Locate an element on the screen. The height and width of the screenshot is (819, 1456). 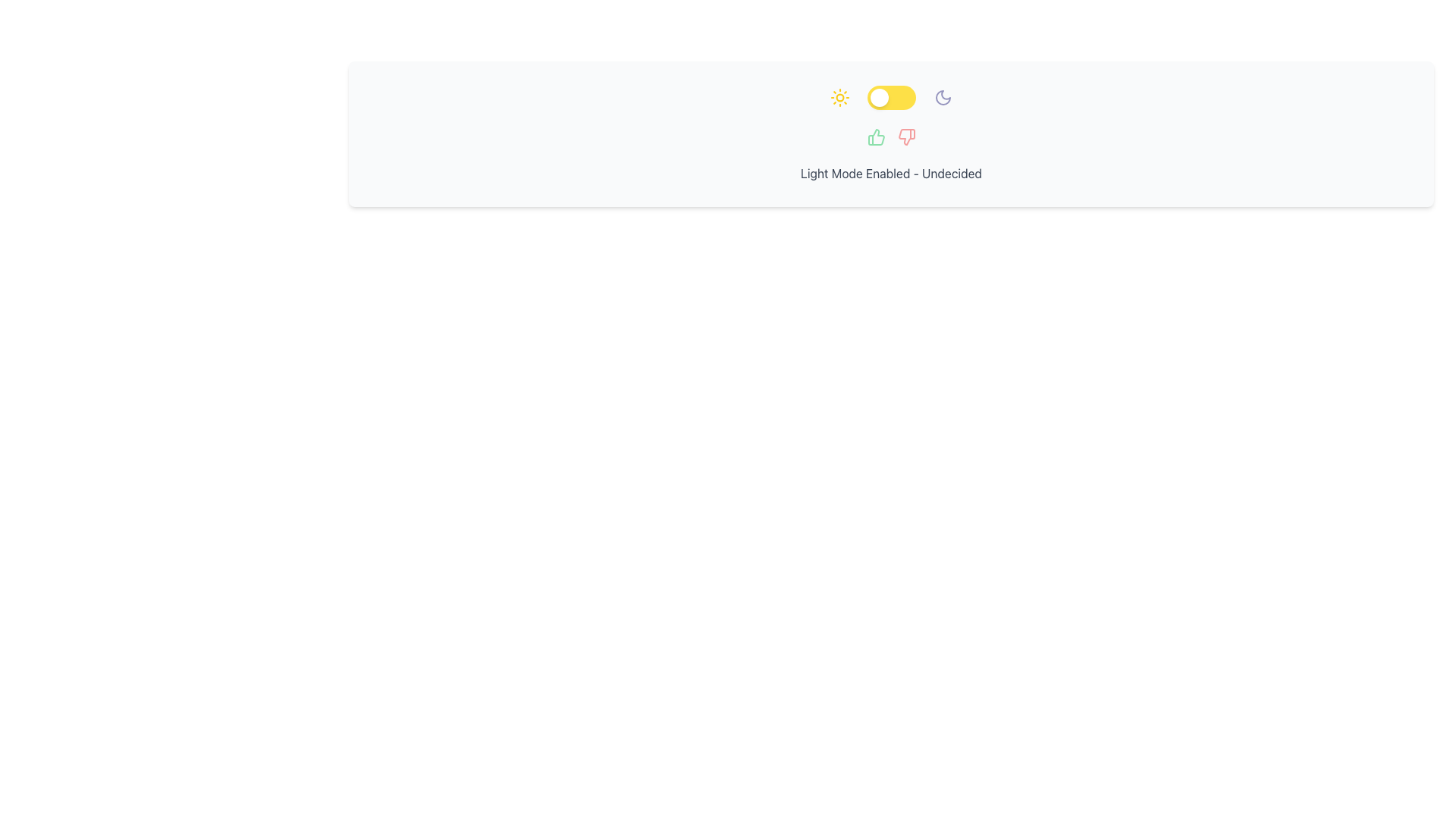
the central circular part of the sun icon, which serves as a decorative element in the light mode toggle feature is located at coordinates (839, 97).